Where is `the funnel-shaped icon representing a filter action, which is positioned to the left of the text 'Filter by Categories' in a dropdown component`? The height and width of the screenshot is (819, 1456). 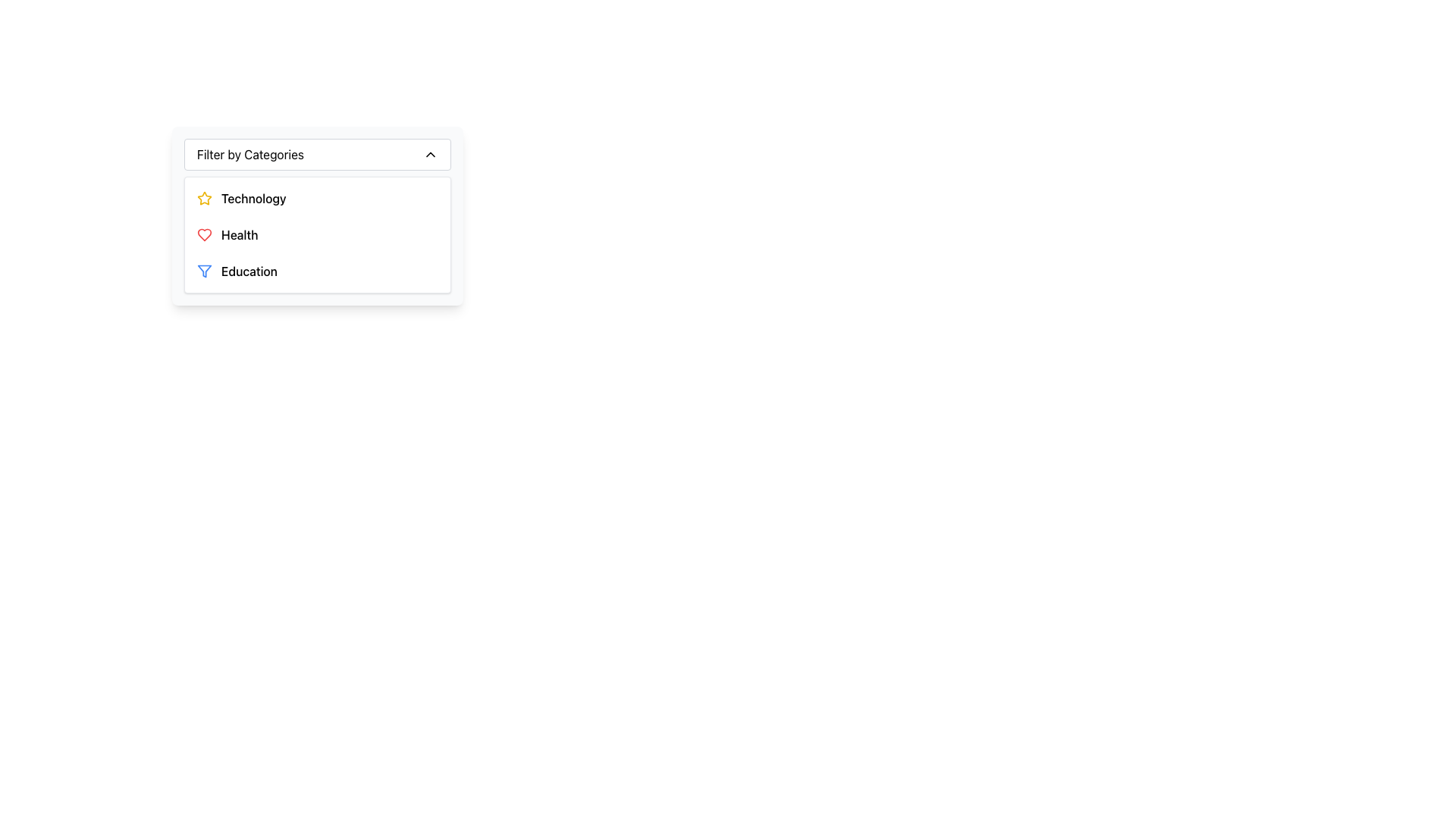
the funnel-shaped icon representing a filter action, which is positioned to the left of the text 'Filter by Categories' in a dropdown component is located at coordinates (203, 271).